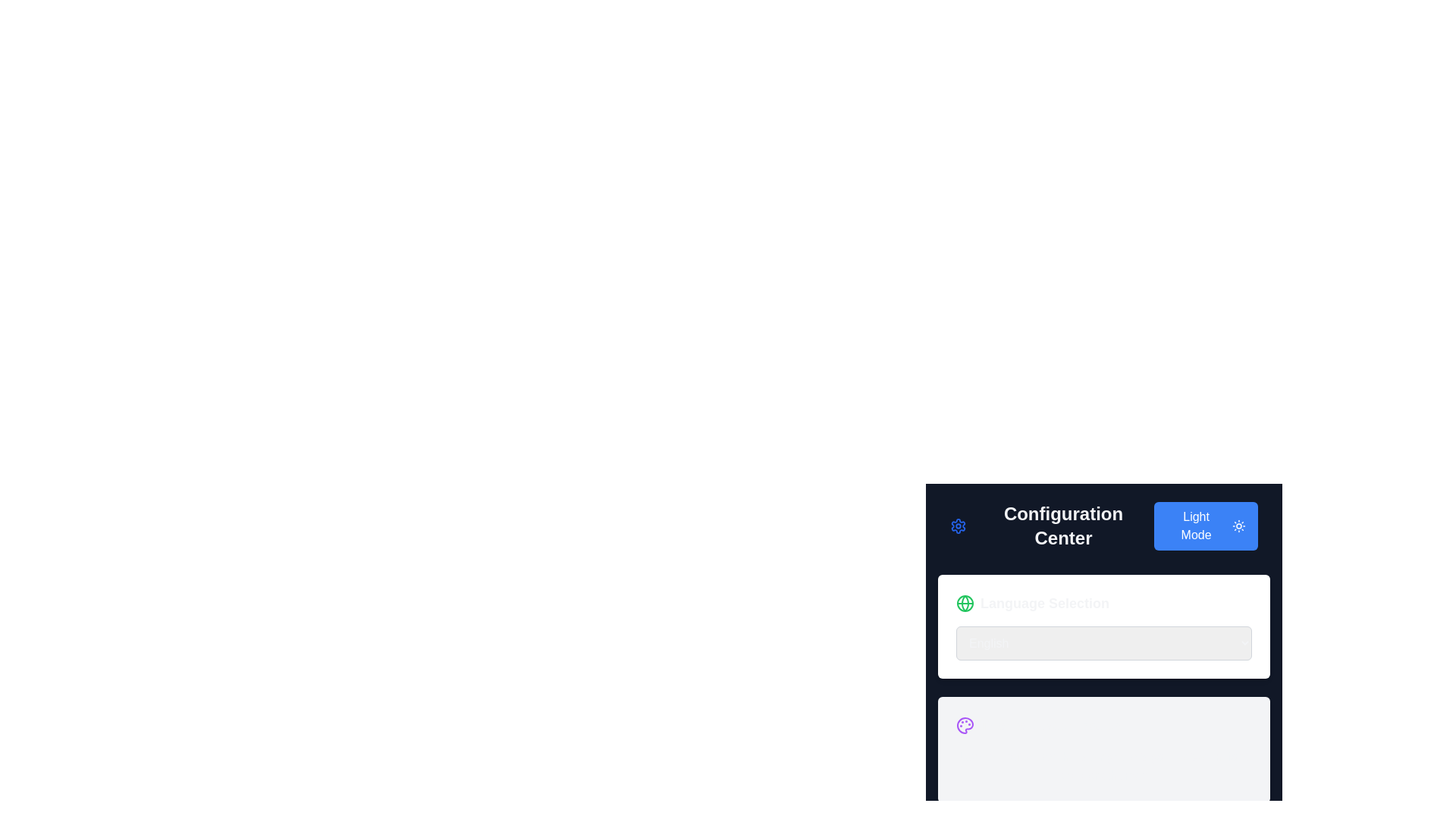  I want to click on the visual style of the SVG icon located to the left of the 'Language Selection' text, which indicates options related to language and global settings, so click(964, 602).